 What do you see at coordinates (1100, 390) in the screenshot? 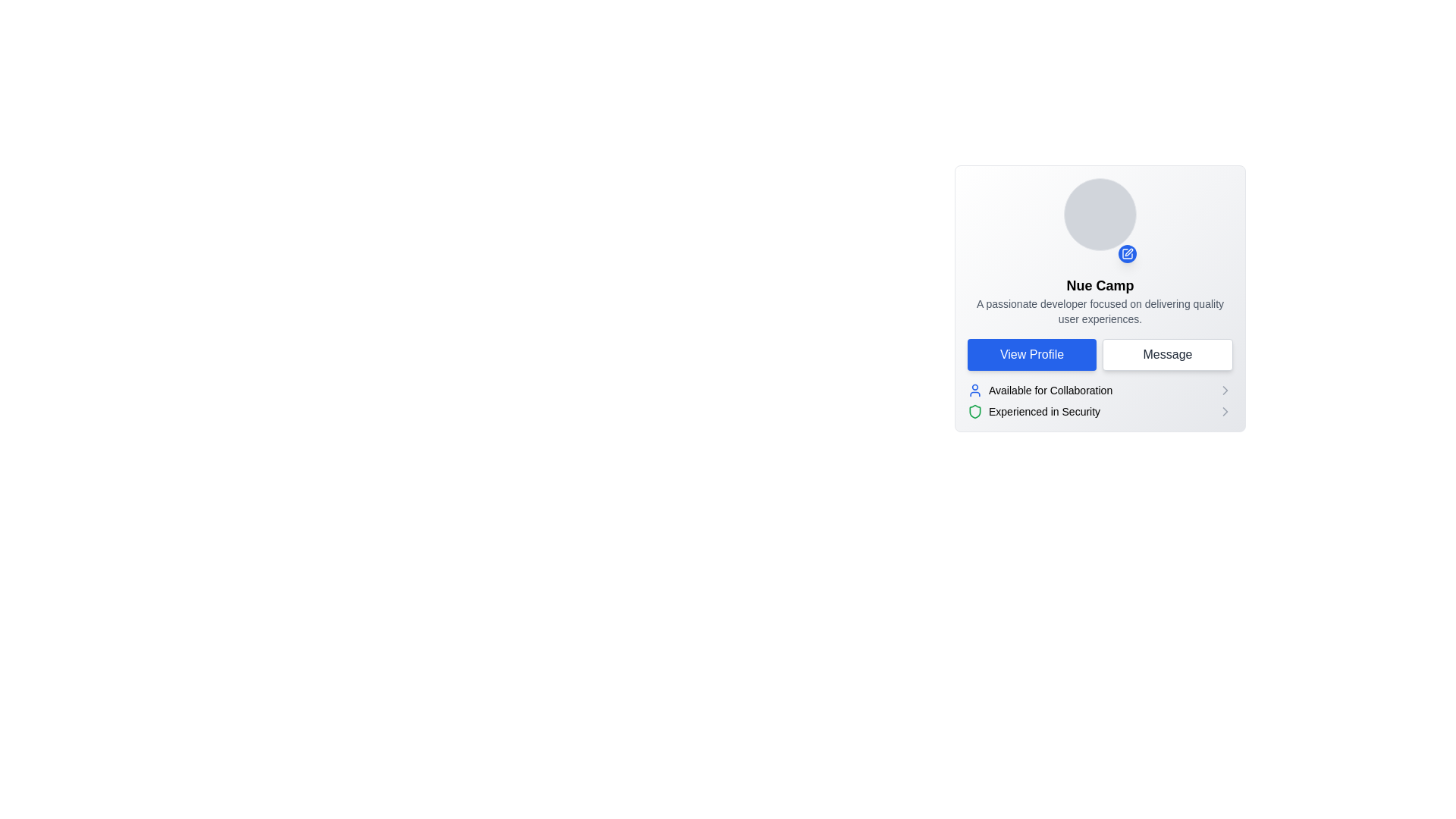
I see `text of the informational label indicating 'Available for Collaboration' located within the profile card layout, positioned above the 'Experienced in Security' item` at bounding box center [1100, 390].